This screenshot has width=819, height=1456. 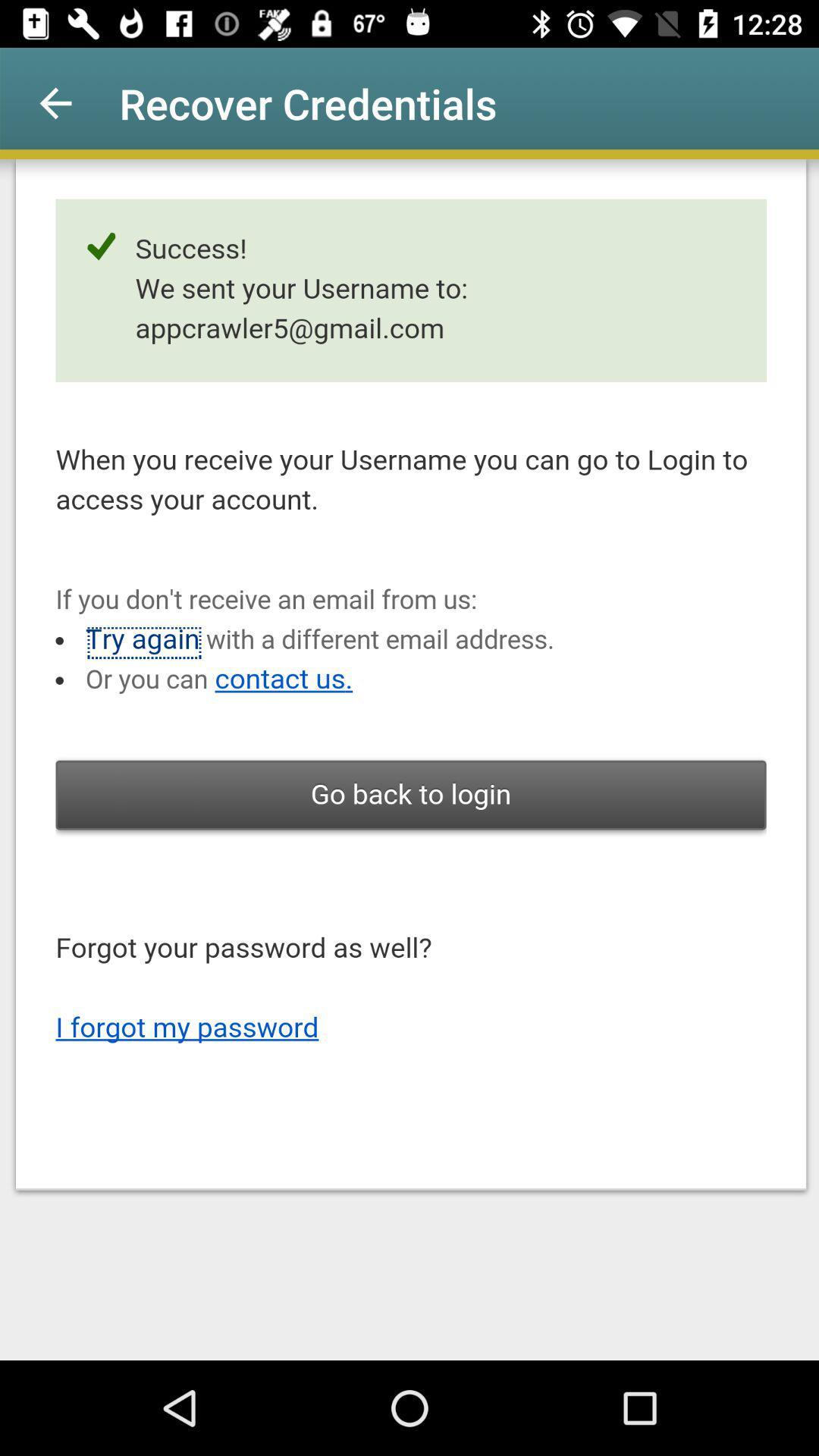 What do you see at coordinates (409, 760) in the screenshot?
I see `the item at the center` at bounding box center [409, 760].